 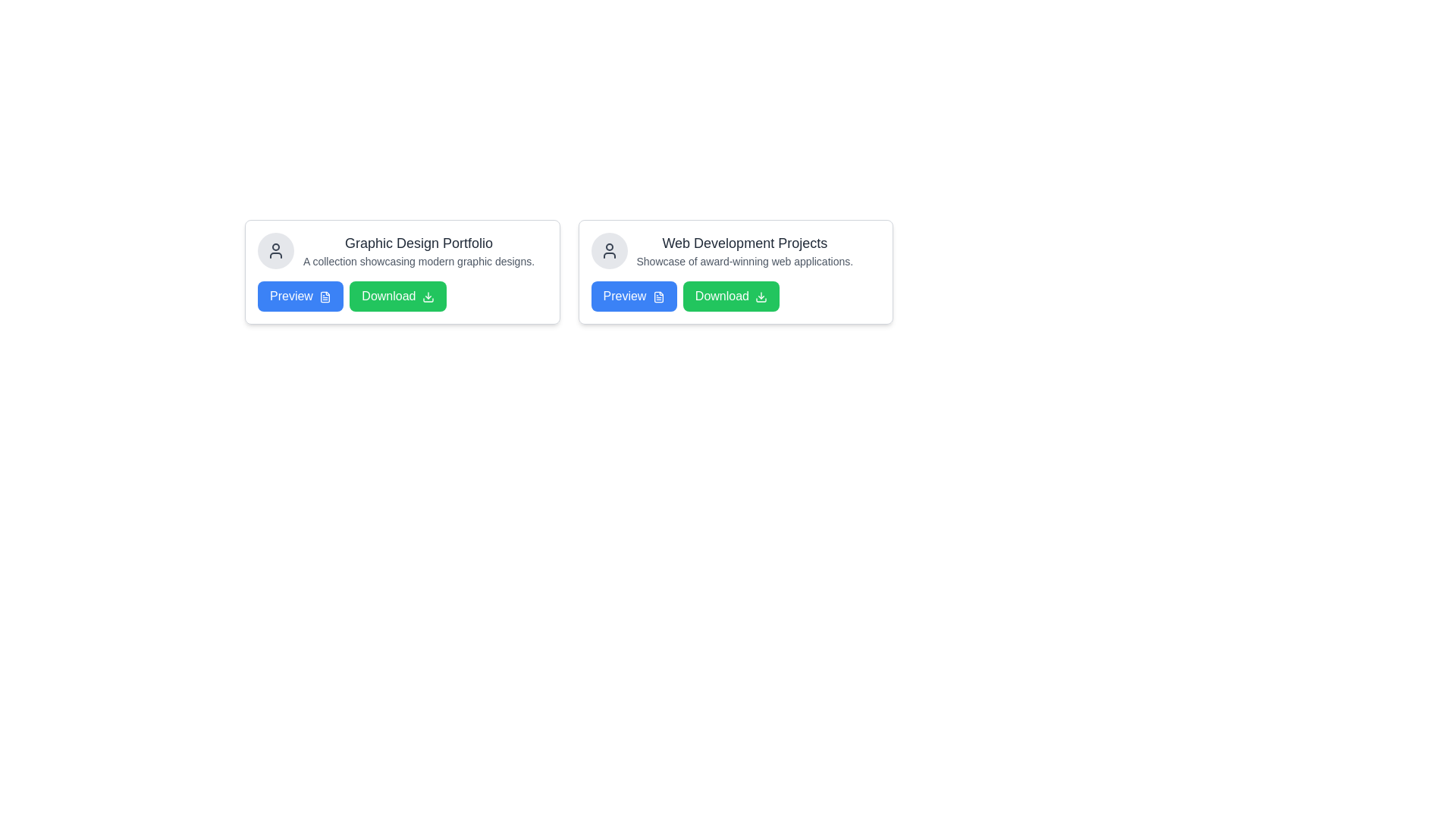 I want to click on the title text element of the graphic design portfolio card, which is located at the center-top of the left card in the layout, so click(x=419, y=242).